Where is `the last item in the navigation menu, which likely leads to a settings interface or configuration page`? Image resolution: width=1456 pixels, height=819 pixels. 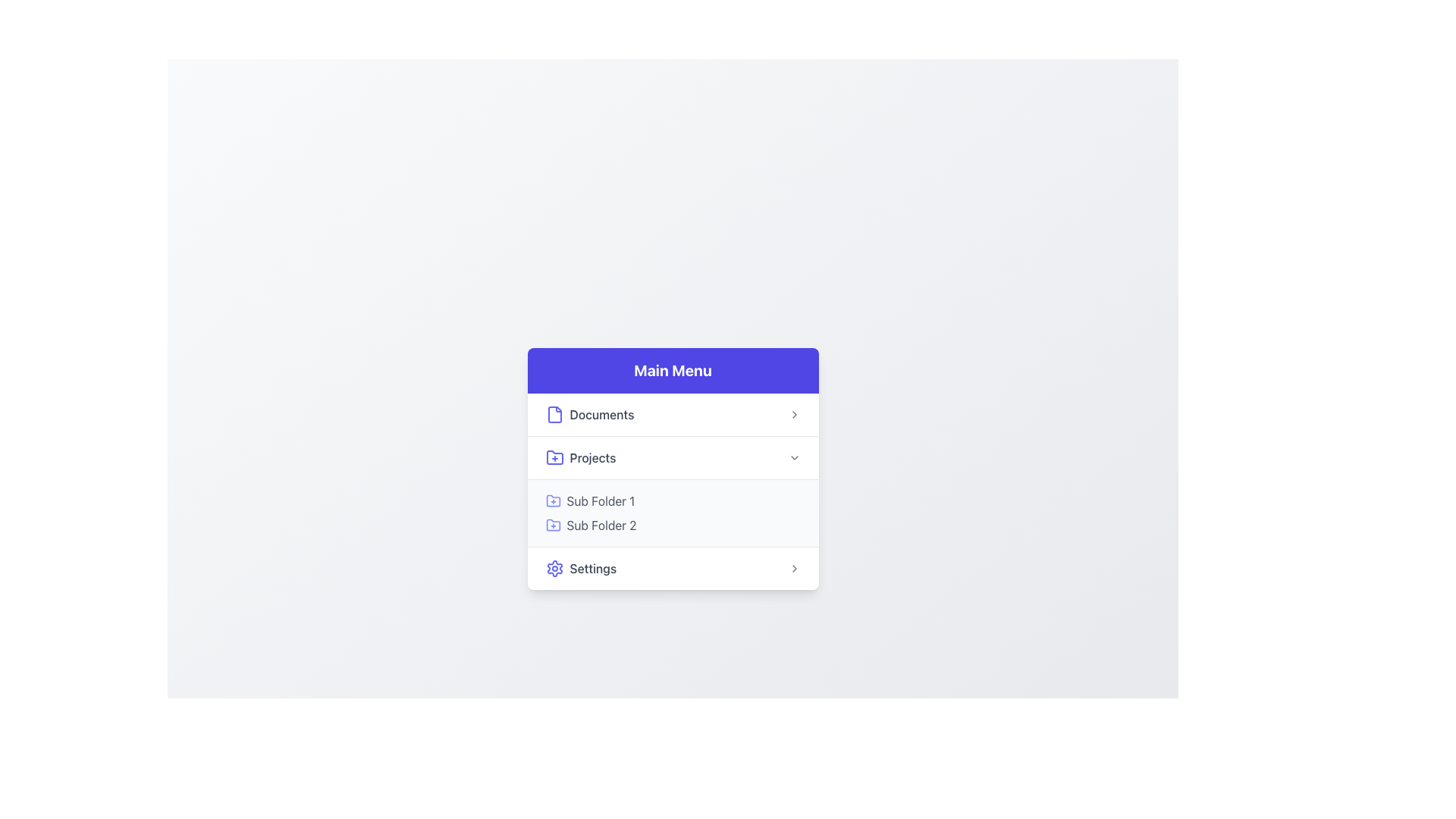 the last item in the navigation menu, which likely leads to a settings interface or configuration page is located at coordinates (580, 568).